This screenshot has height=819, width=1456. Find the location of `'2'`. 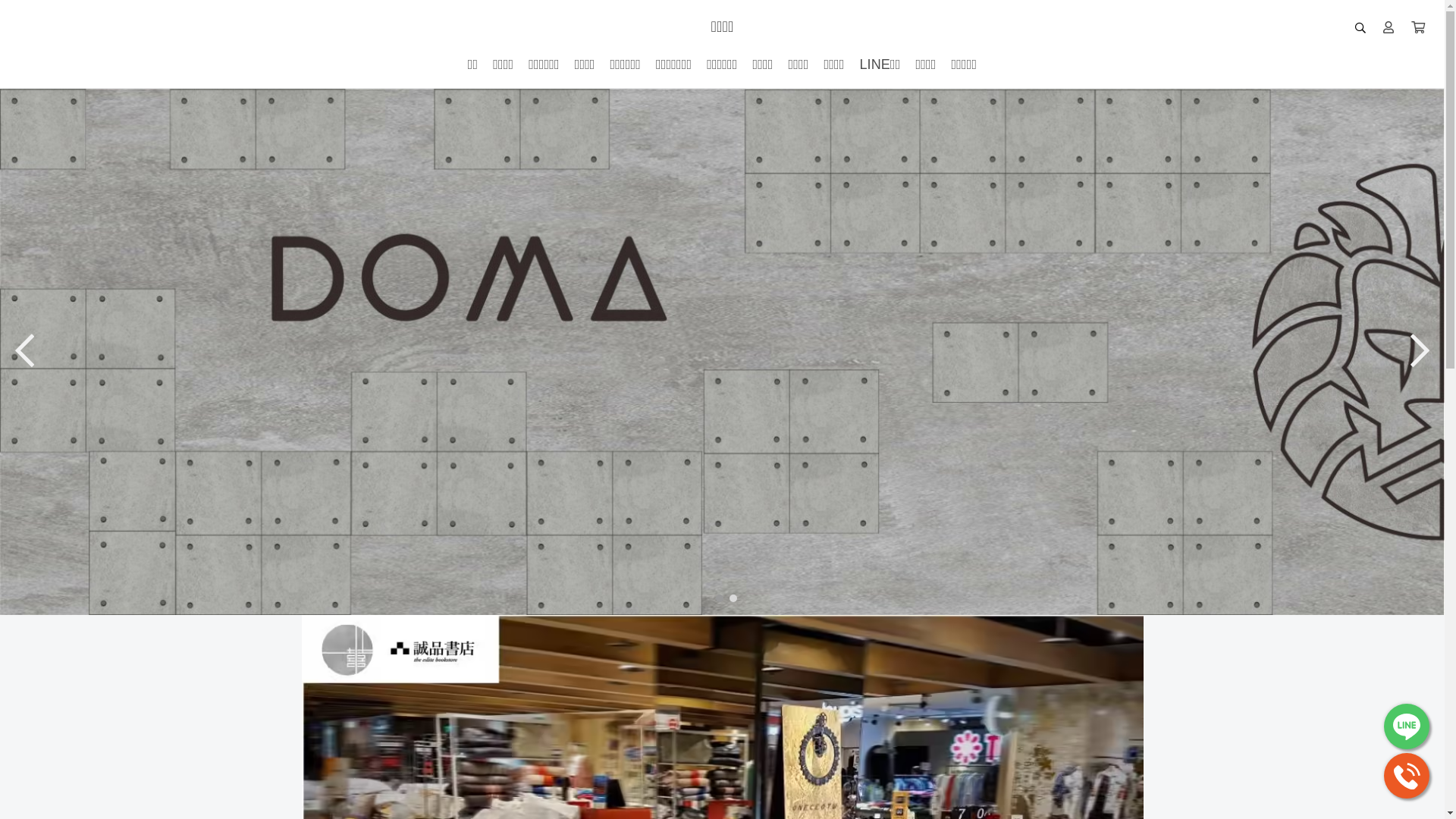

'2' is located at coordinates (729, 596).